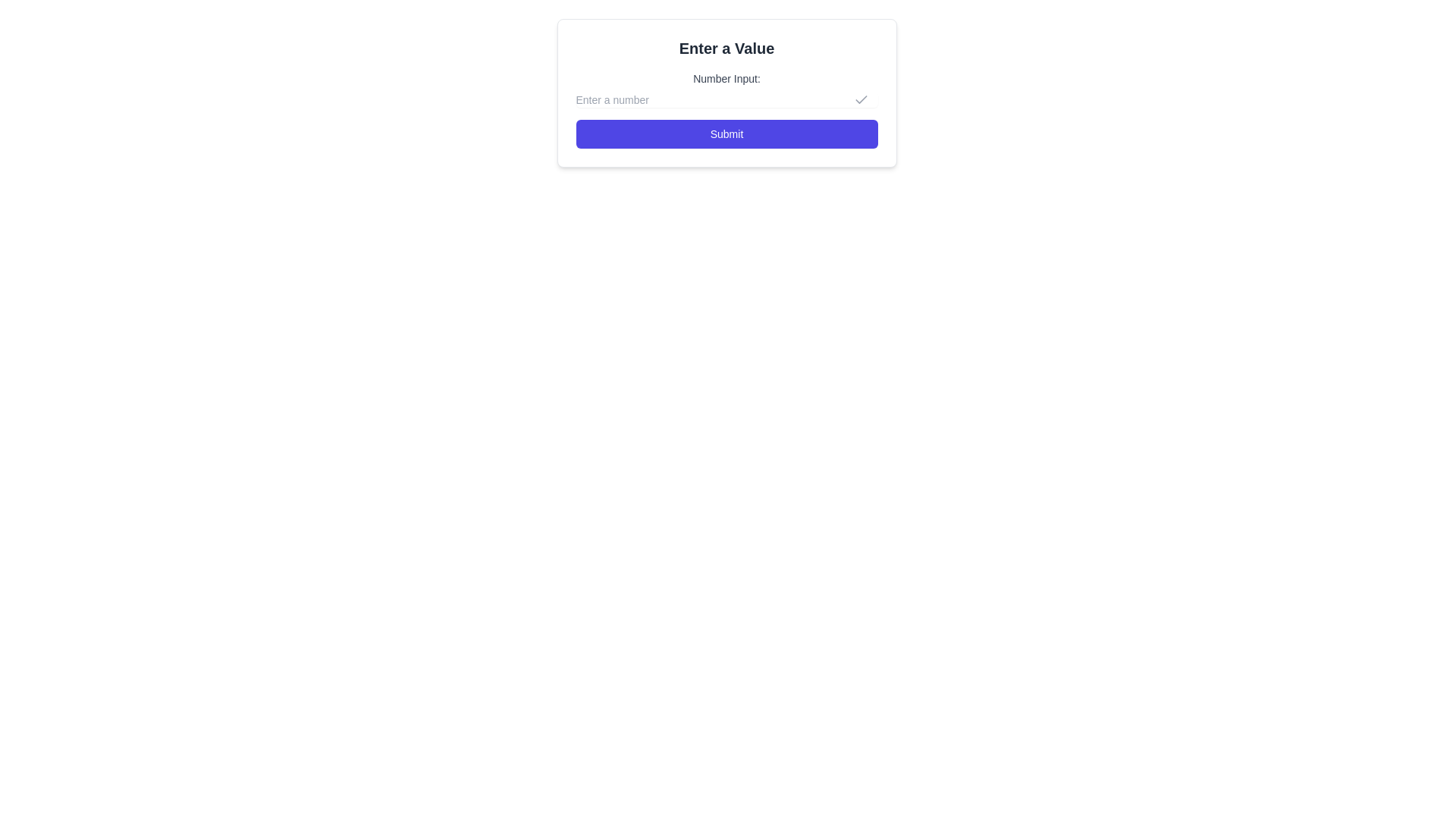  What do you see at coordinates (861, 99) in the screenshot?
I see `the icon that visually confirms a correct or valid state for the associated input next to the 'Enter a number' text input field` at bounding box center [861, 99].